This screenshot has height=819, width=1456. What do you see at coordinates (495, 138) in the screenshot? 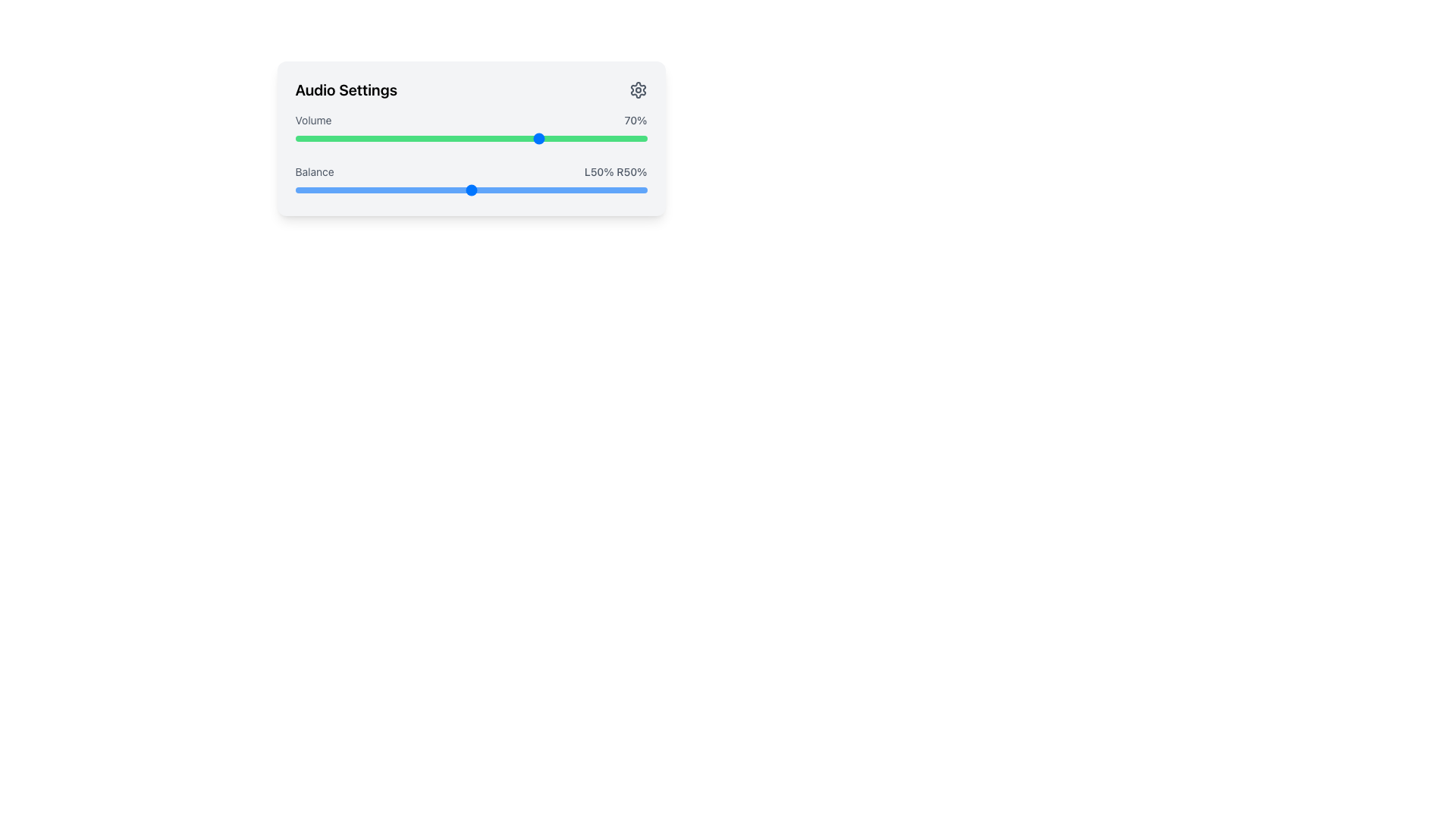
I see `the volume level` at bounding box center [495, 138].